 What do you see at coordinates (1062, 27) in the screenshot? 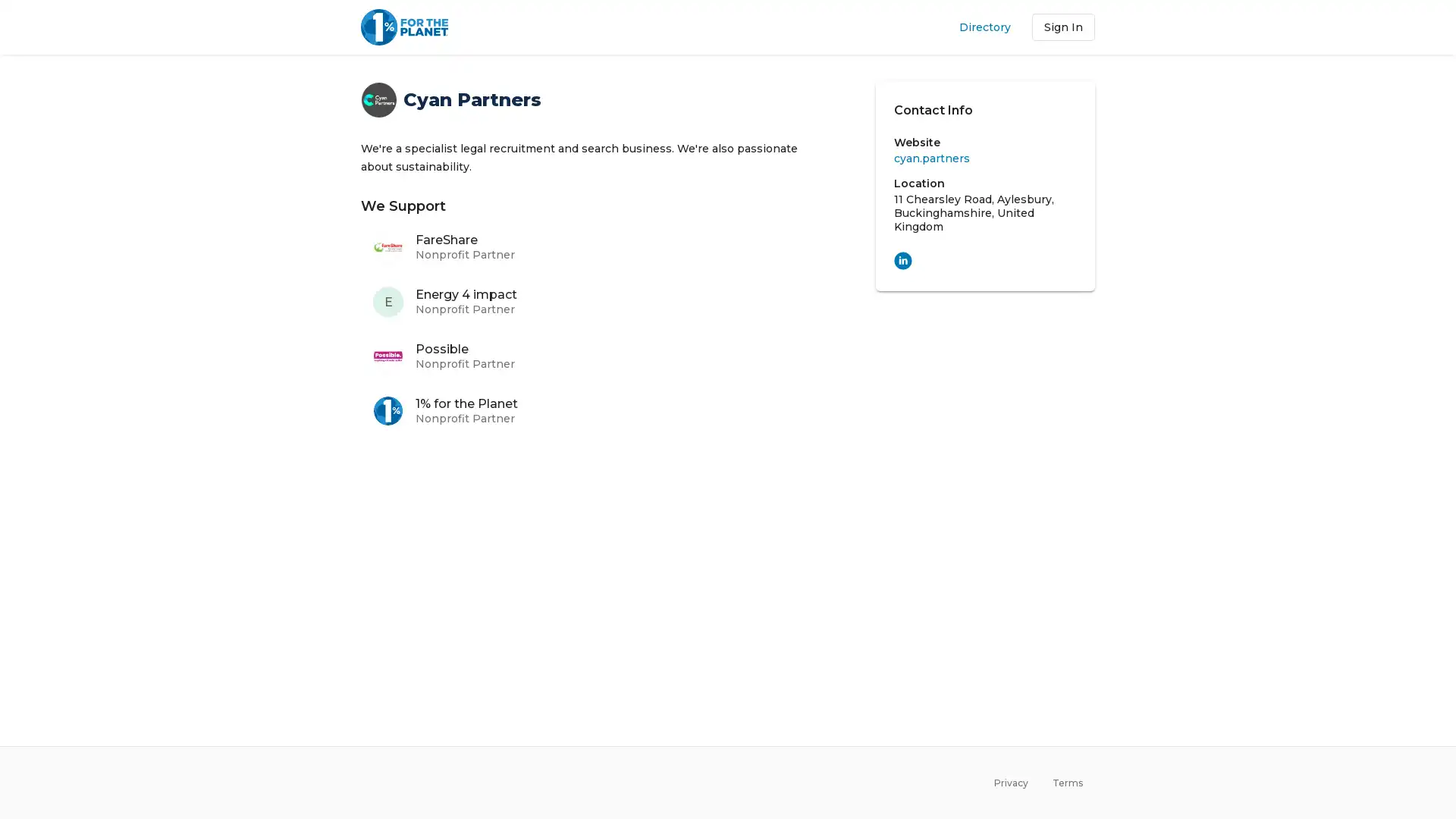
I see `Sign In` at bounding box center [1062, 27].